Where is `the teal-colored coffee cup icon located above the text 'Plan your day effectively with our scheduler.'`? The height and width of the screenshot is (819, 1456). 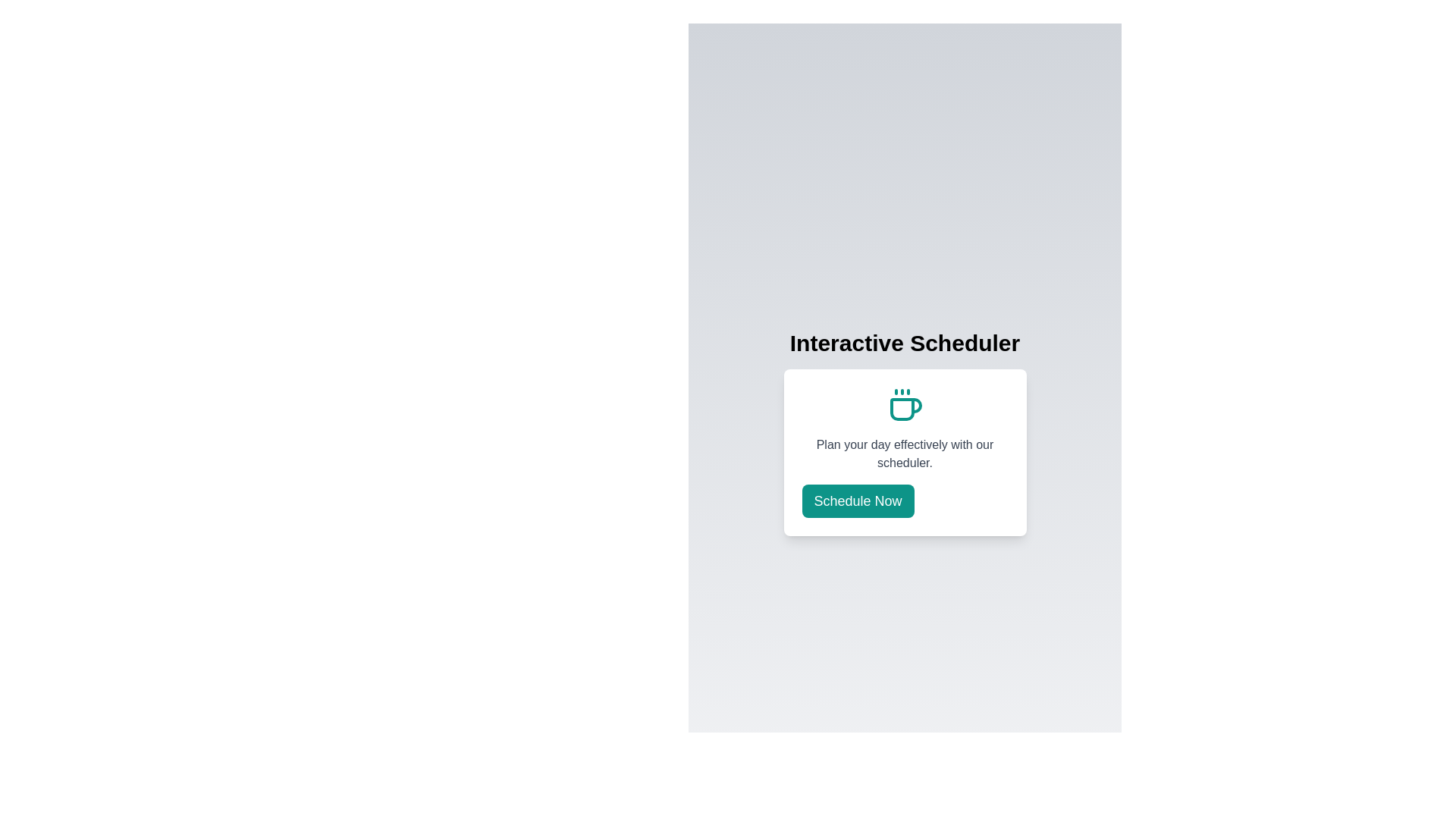 the teal-colored coffee cup icon located above the text 'Plan your day effectively with our scheduler.' is located at coordinates (905, 405).